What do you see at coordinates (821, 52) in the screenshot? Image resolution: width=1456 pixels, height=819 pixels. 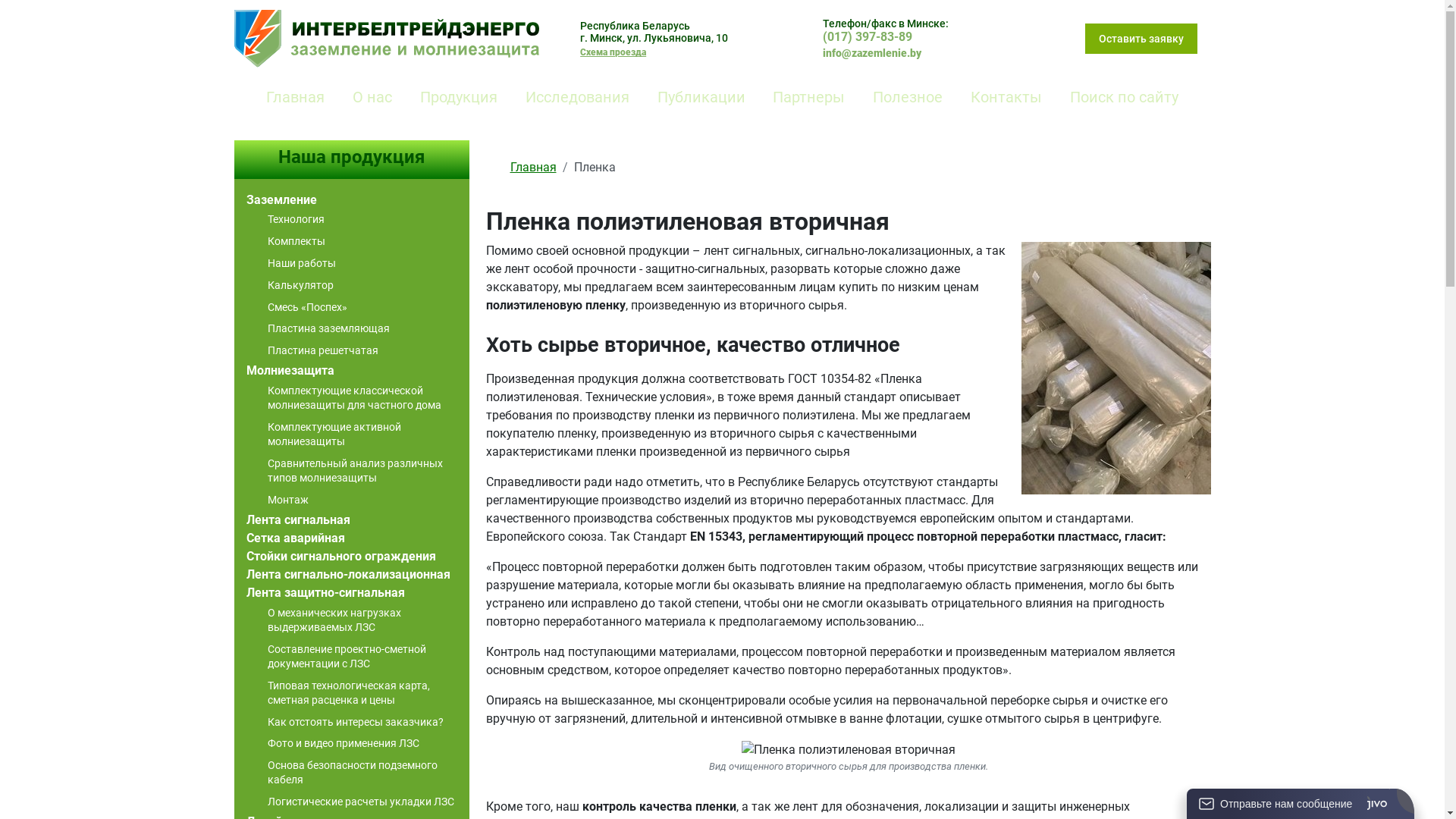 I see `'info@zazemlenie.by'` at bounding box center [821, 52].